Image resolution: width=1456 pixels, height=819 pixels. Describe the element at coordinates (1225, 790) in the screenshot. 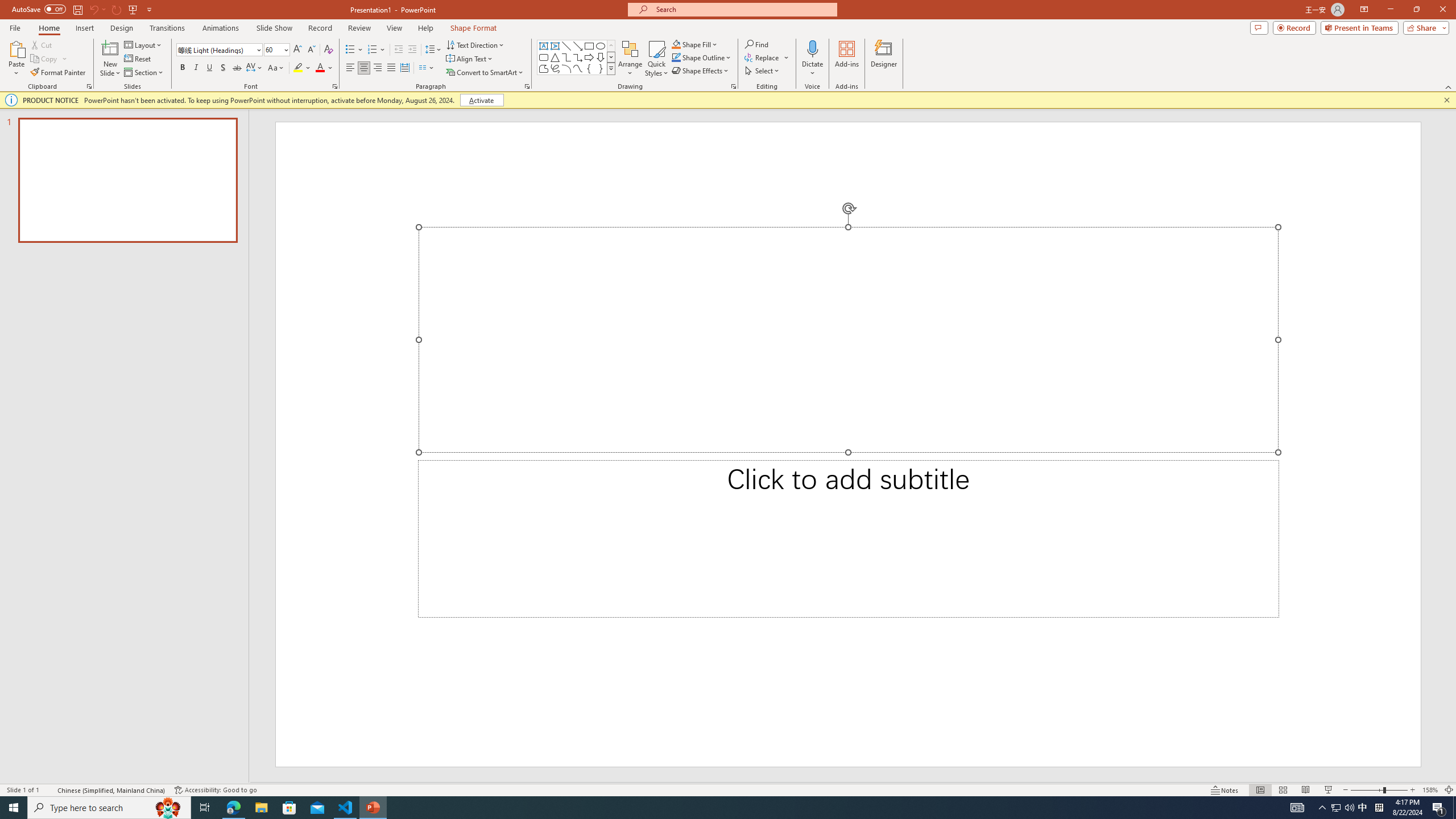

I see `'Notes '` at that location.